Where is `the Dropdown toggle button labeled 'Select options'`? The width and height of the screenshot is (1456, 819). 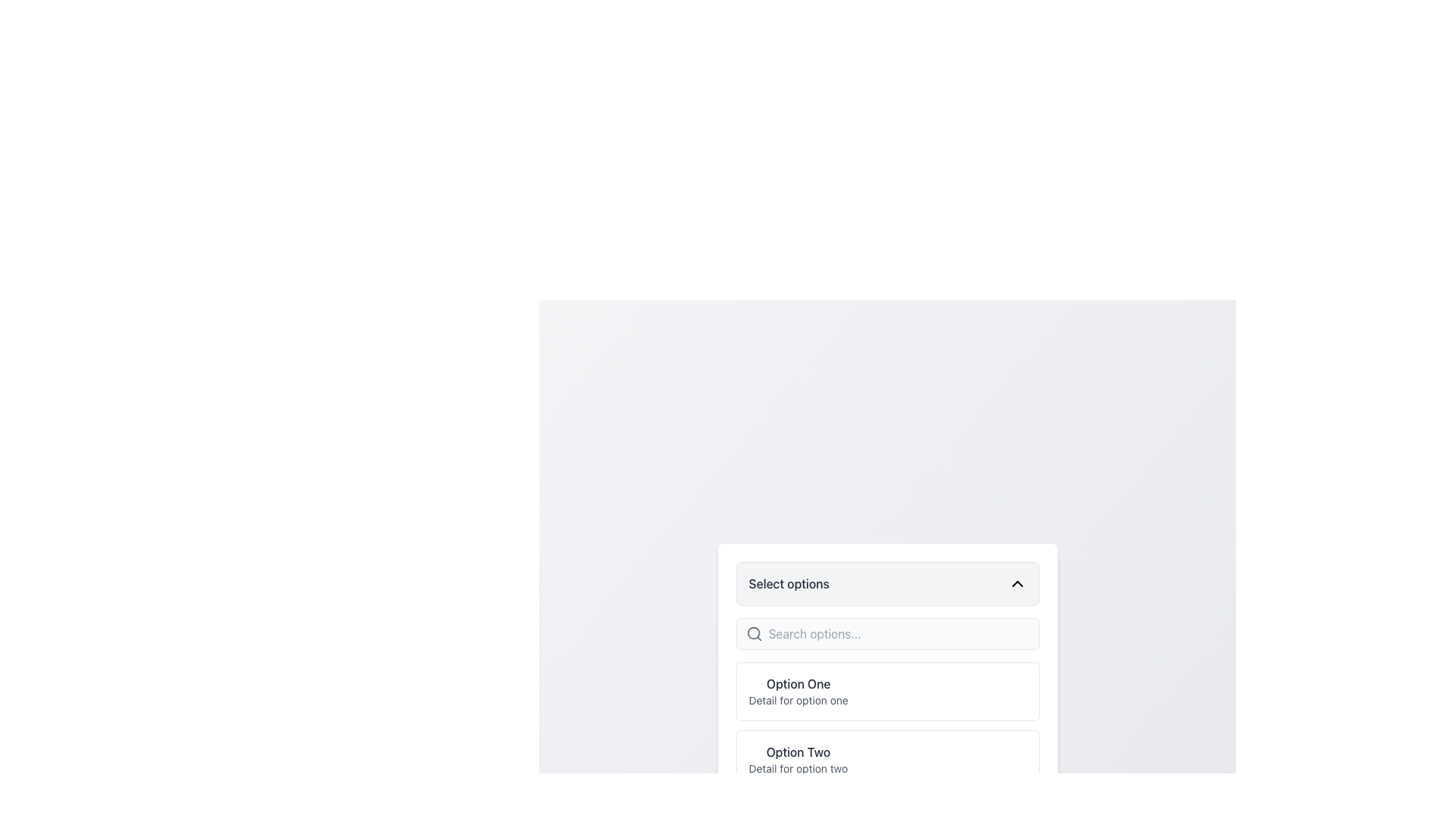 the Dropdown toggle button labeled 'Select options' is located at coordinates (887, 583).